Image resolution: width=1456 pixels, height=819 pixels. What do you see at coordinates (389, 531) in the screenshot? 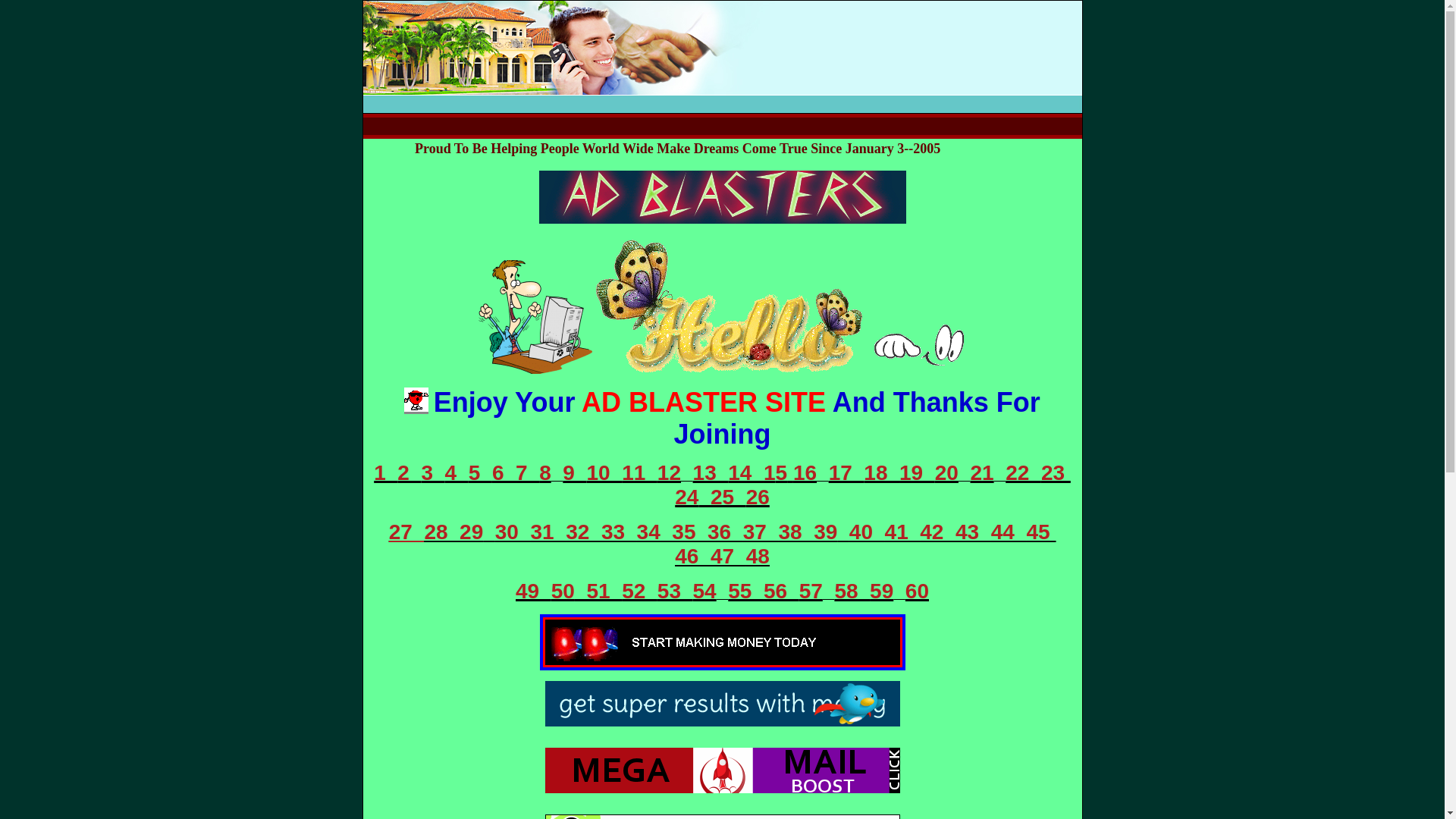
I see `'27 '` at bounding box center [389, 531].